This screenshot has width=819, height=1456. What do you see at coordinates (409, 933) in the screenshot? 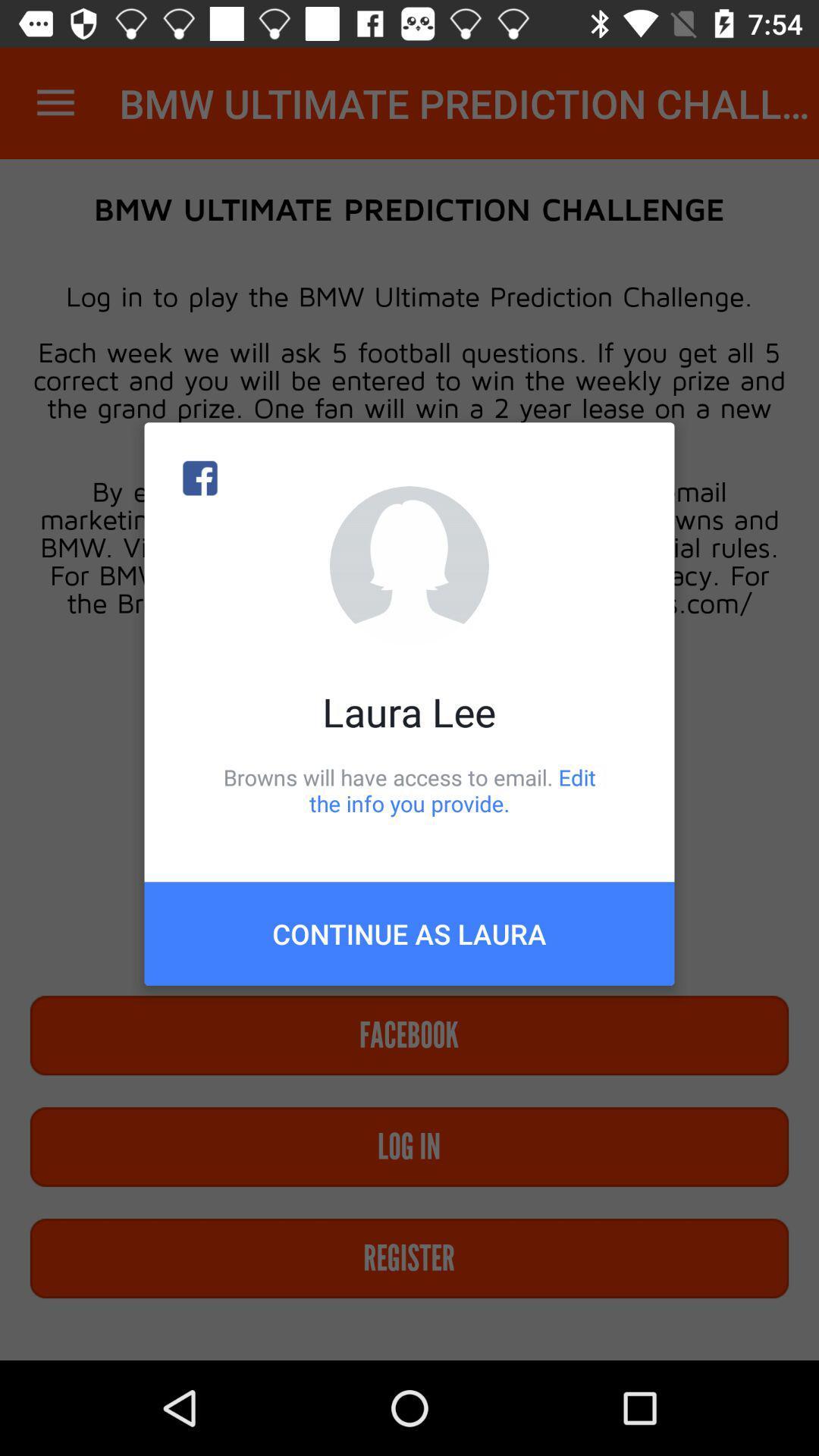
I see `continue as laura` at bounding box center [409, 933].